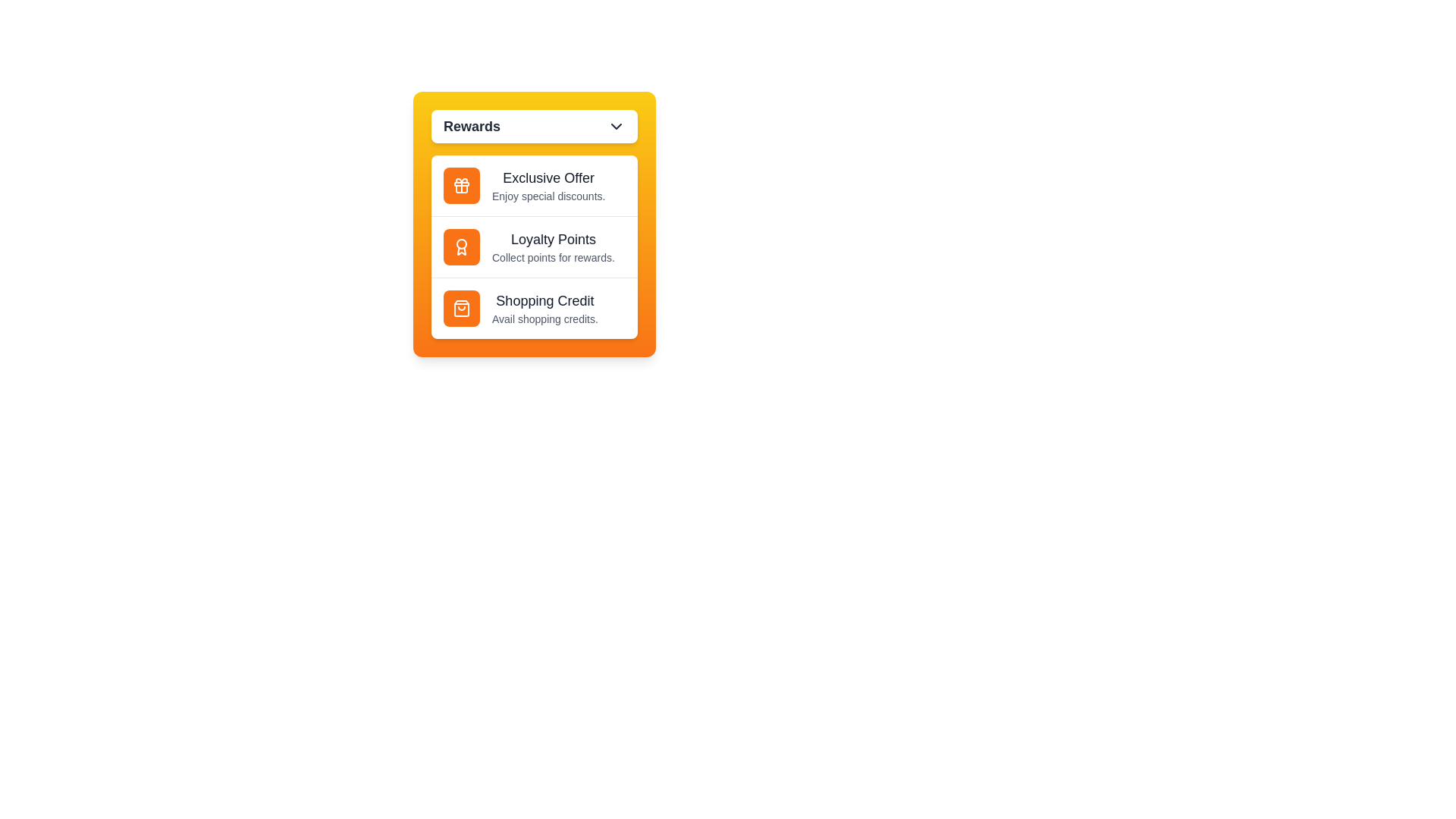 This screenshot has height=819, width=1456. What do you see at coordinates (544, 318) in the screenshot?
I see `text snippet 'Avail shopping credits.' located within the yellow-orange bordered information card in the rewards section, directly below the 'Shopping Credit' title` at bounding box center [544, 318].